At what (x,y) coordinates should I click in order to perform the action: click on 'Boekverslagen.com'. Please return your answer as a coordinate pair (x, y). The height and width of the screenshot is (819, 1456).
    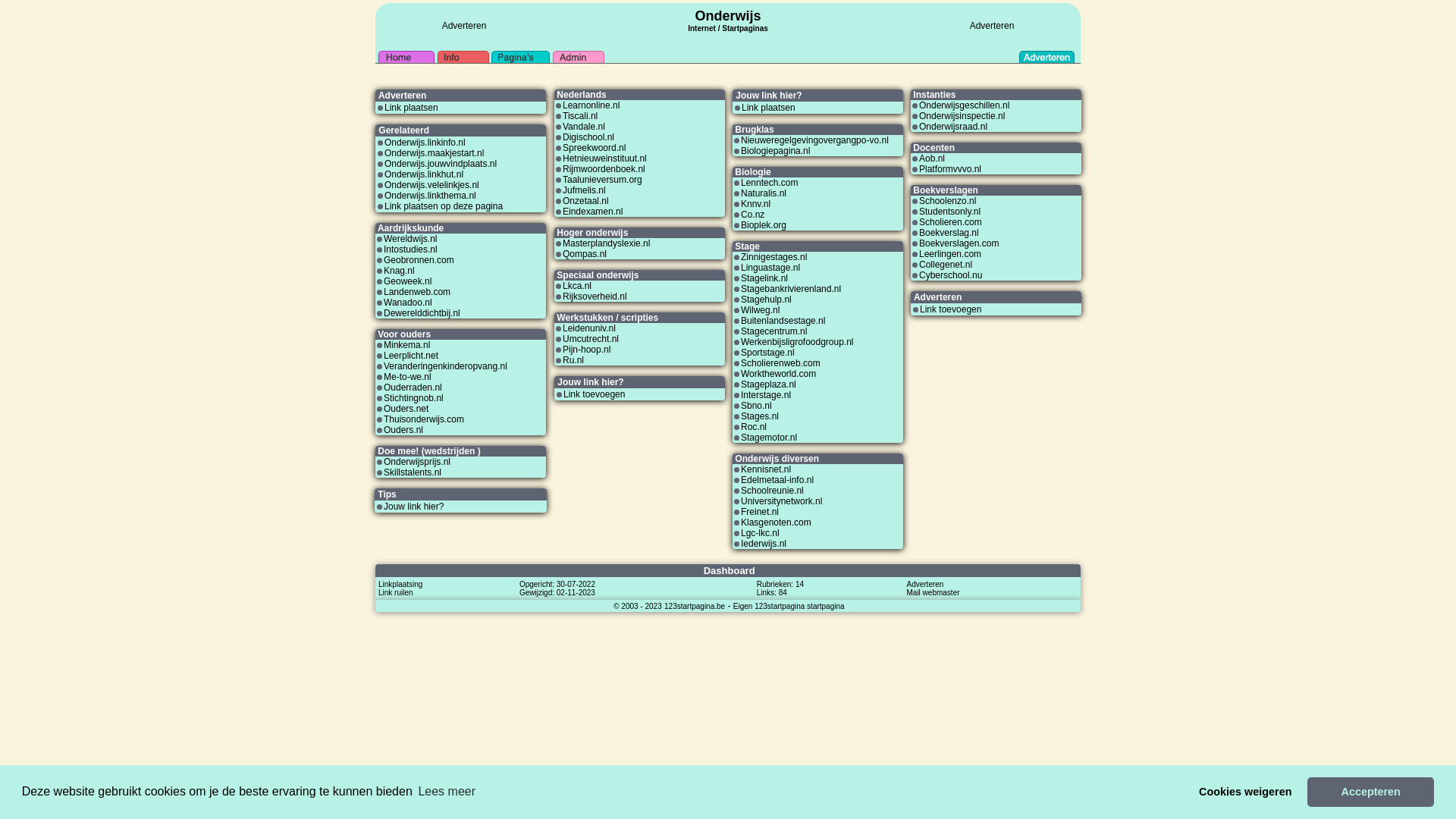
    Looking at the image, I should click on (958, 242).